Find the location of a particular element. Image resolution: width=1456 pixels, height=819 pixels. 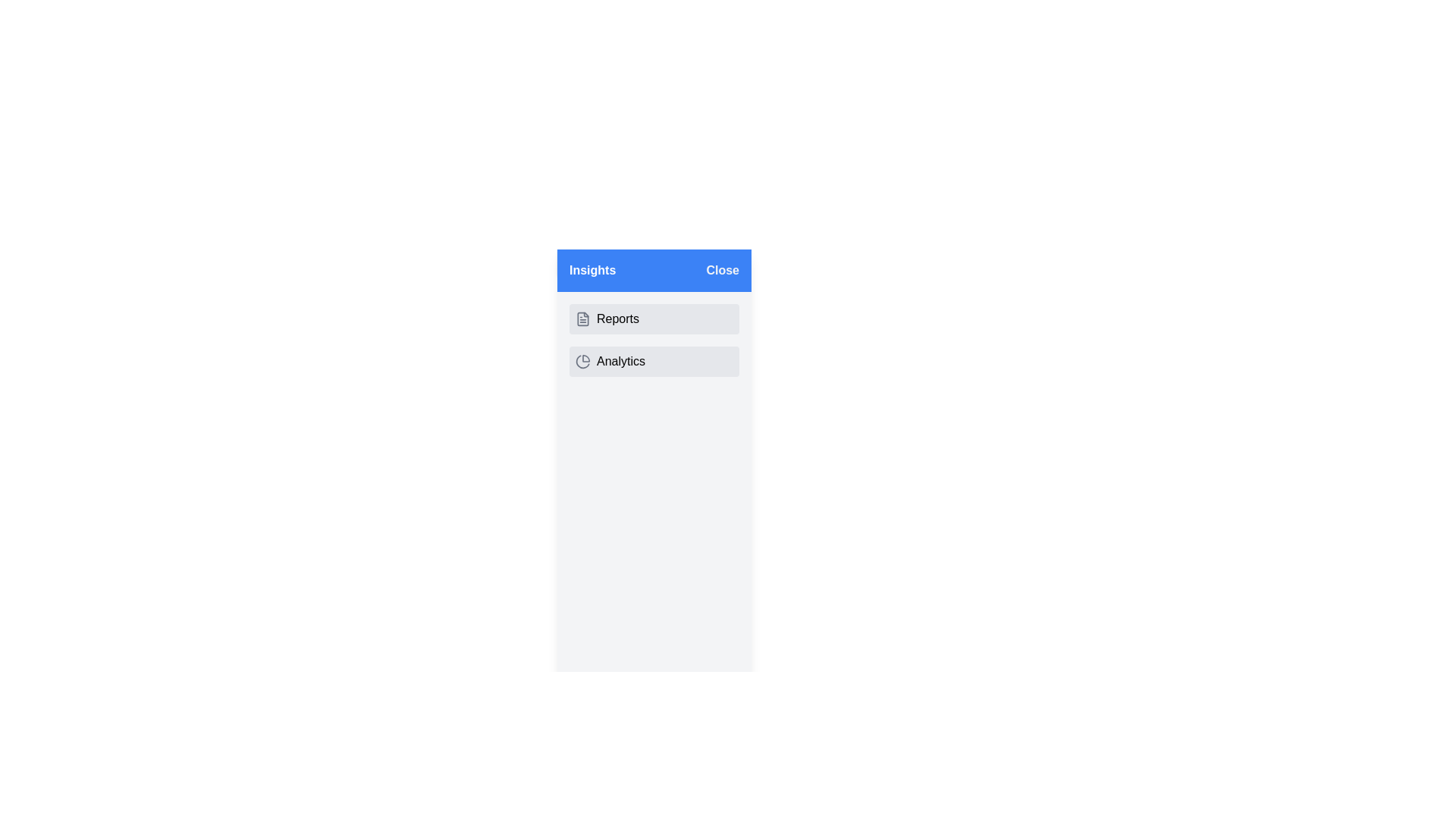

the 'Reports' text label located beneath the blue header bar is located at coordinates (618, 318).